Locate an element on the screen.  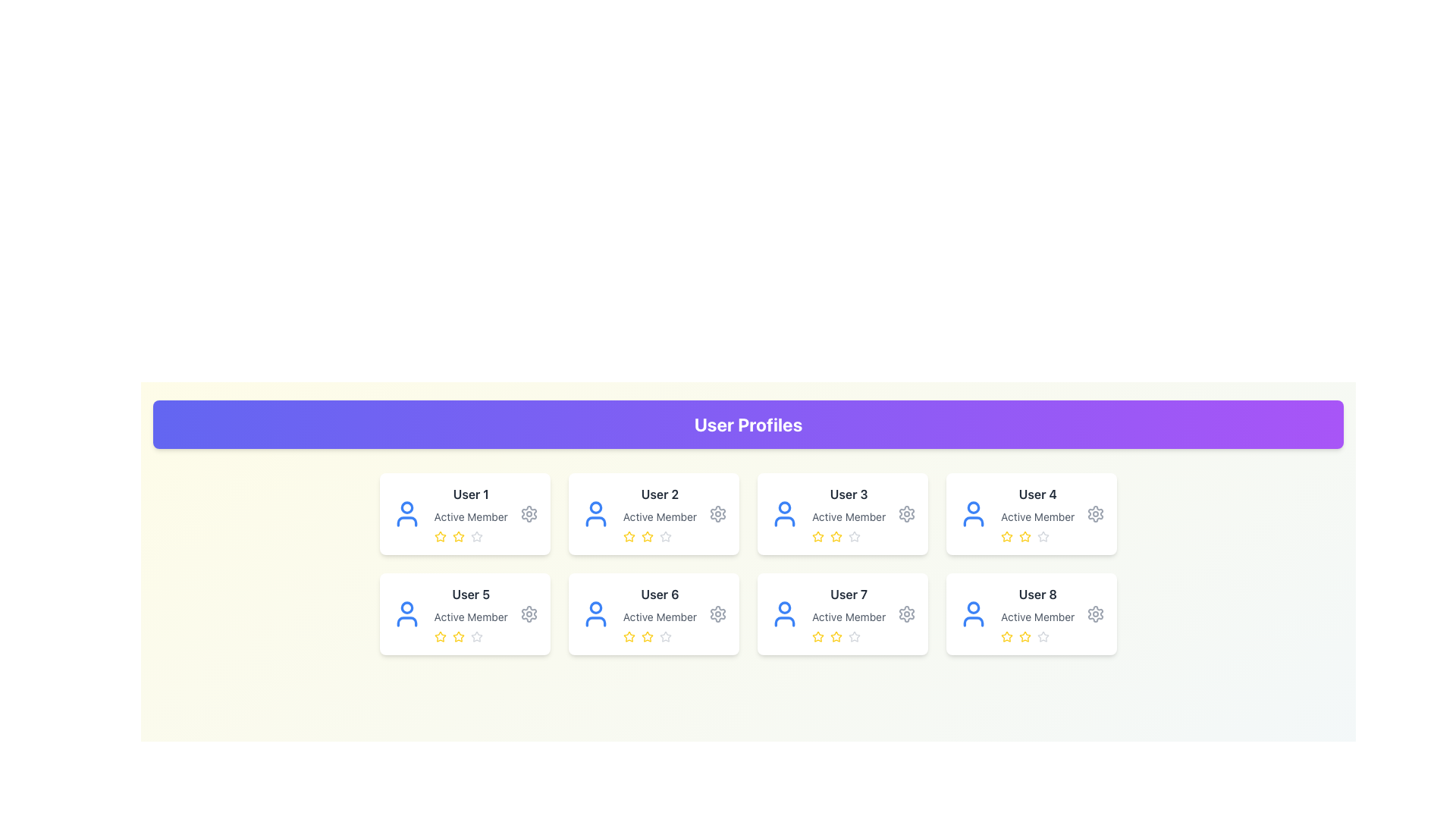
the second yellow star in the rating system associated with the 'User 2' profile card to rate it is located at coordinates (647, 535).